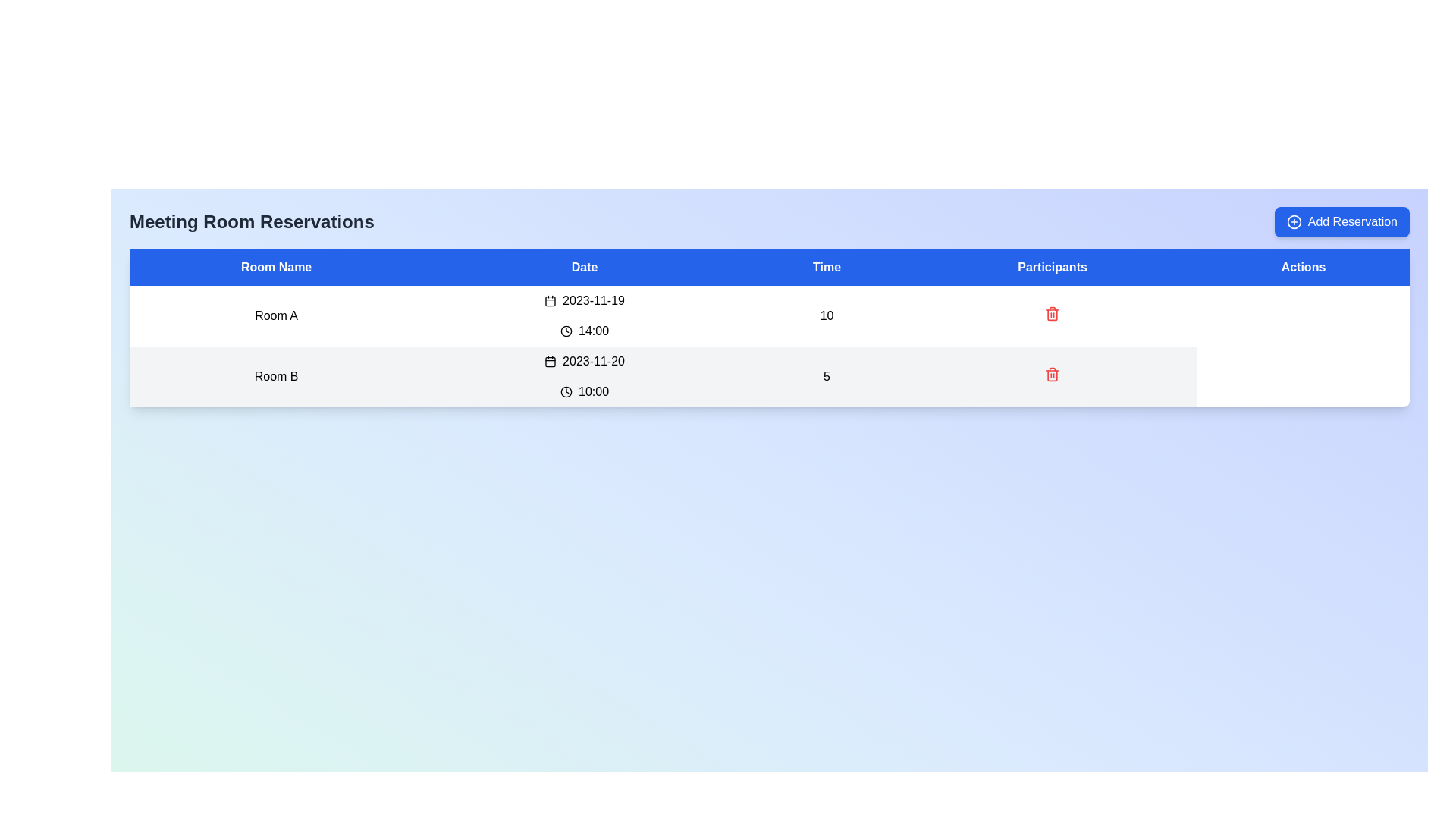 Image resolution: width=1456 pixels, height=819 pixels. I want to click on the text label displaying '5' in the 'Participants' column under 'Room B', so click(826, 376).